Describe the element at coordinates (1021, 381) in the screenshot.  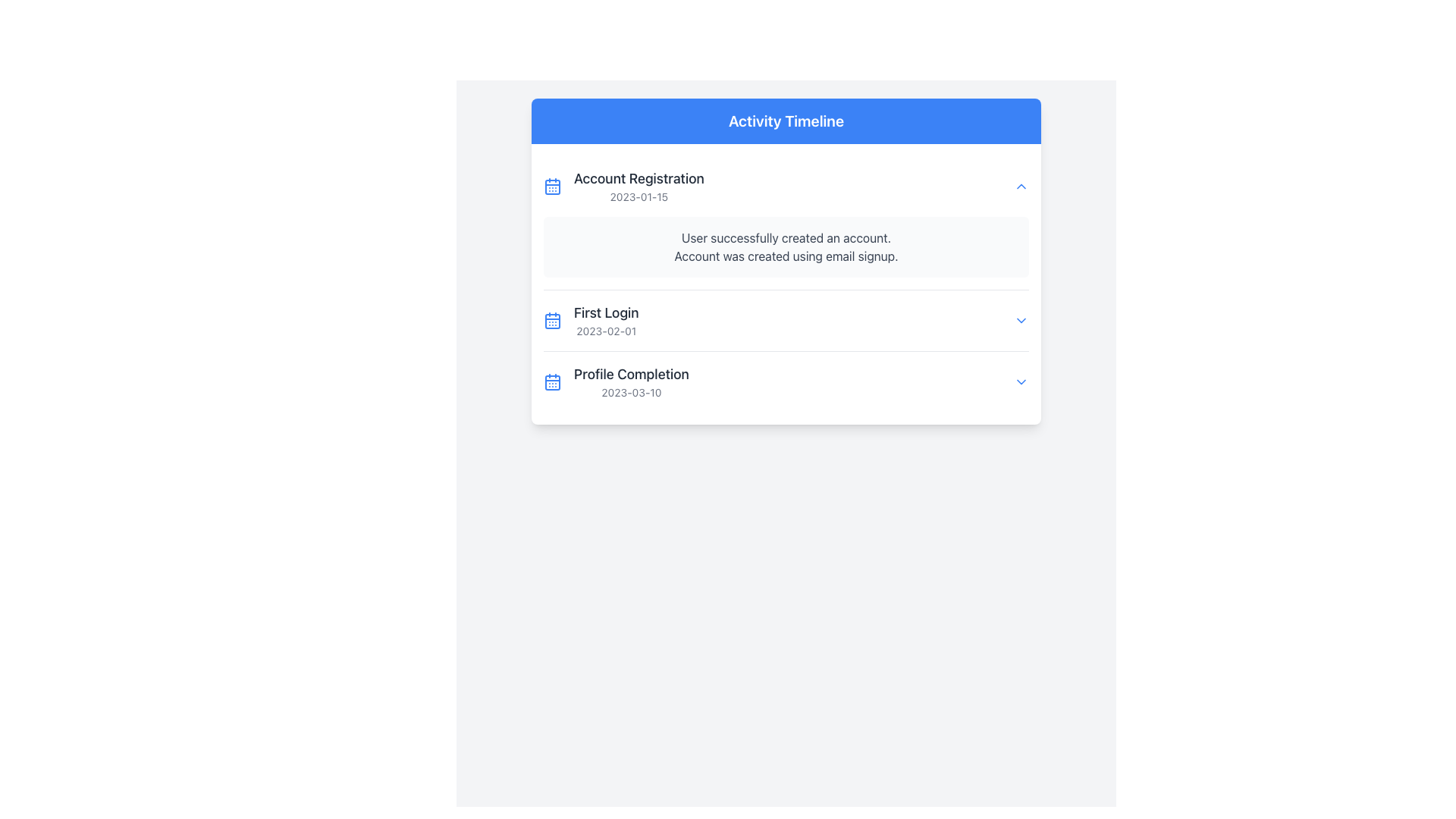
I see `the chevron down icon located at the right side of the 'Profile Completion' entry` at that location.